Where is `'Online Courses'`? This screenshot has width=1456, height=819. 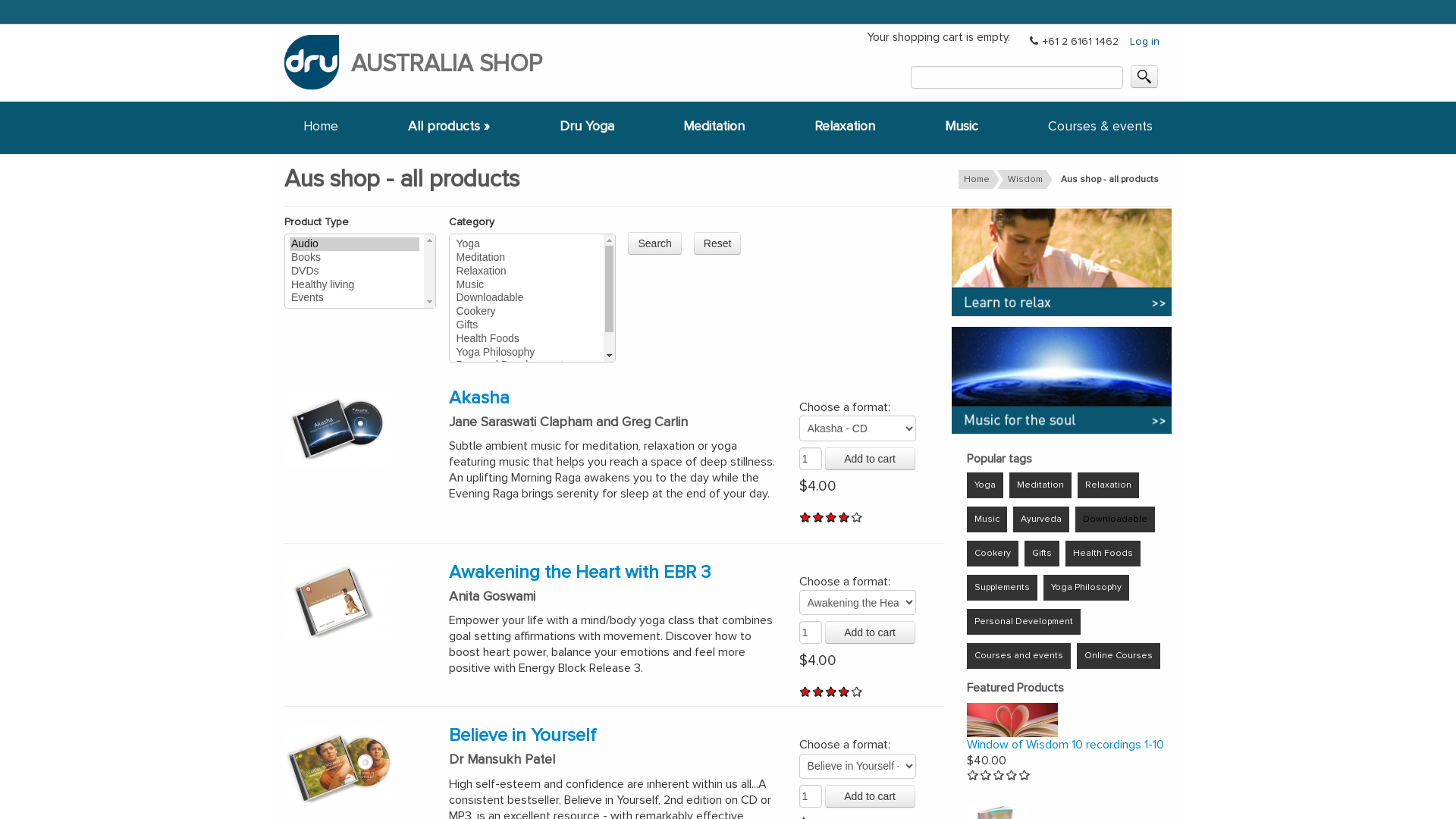 'Online Courses' is located at coordinates (1118, 654).